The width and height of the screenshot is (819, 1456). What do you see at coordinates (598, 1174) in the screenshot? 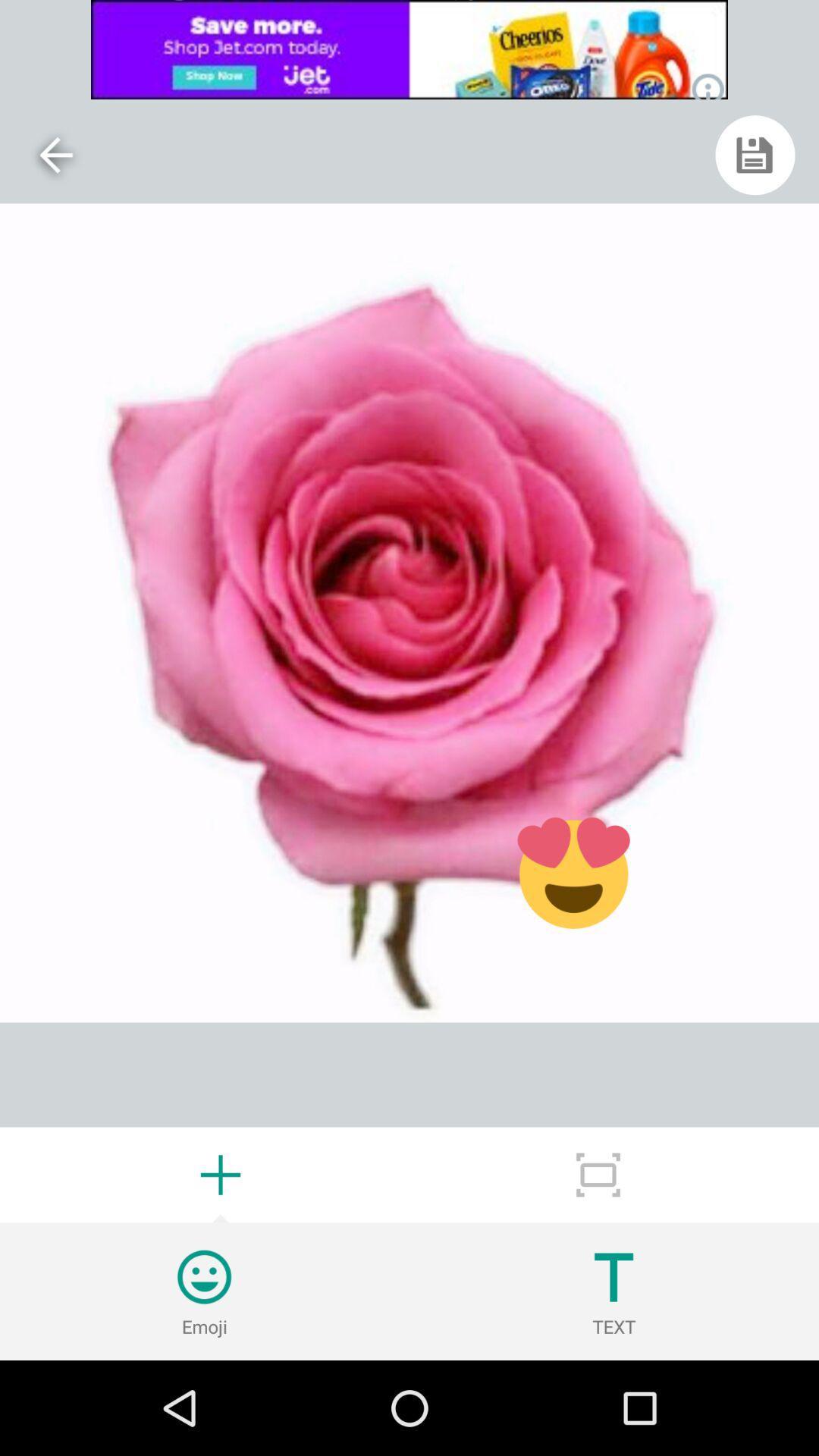
I see `the more icon` at bounding box center [598, 1174].